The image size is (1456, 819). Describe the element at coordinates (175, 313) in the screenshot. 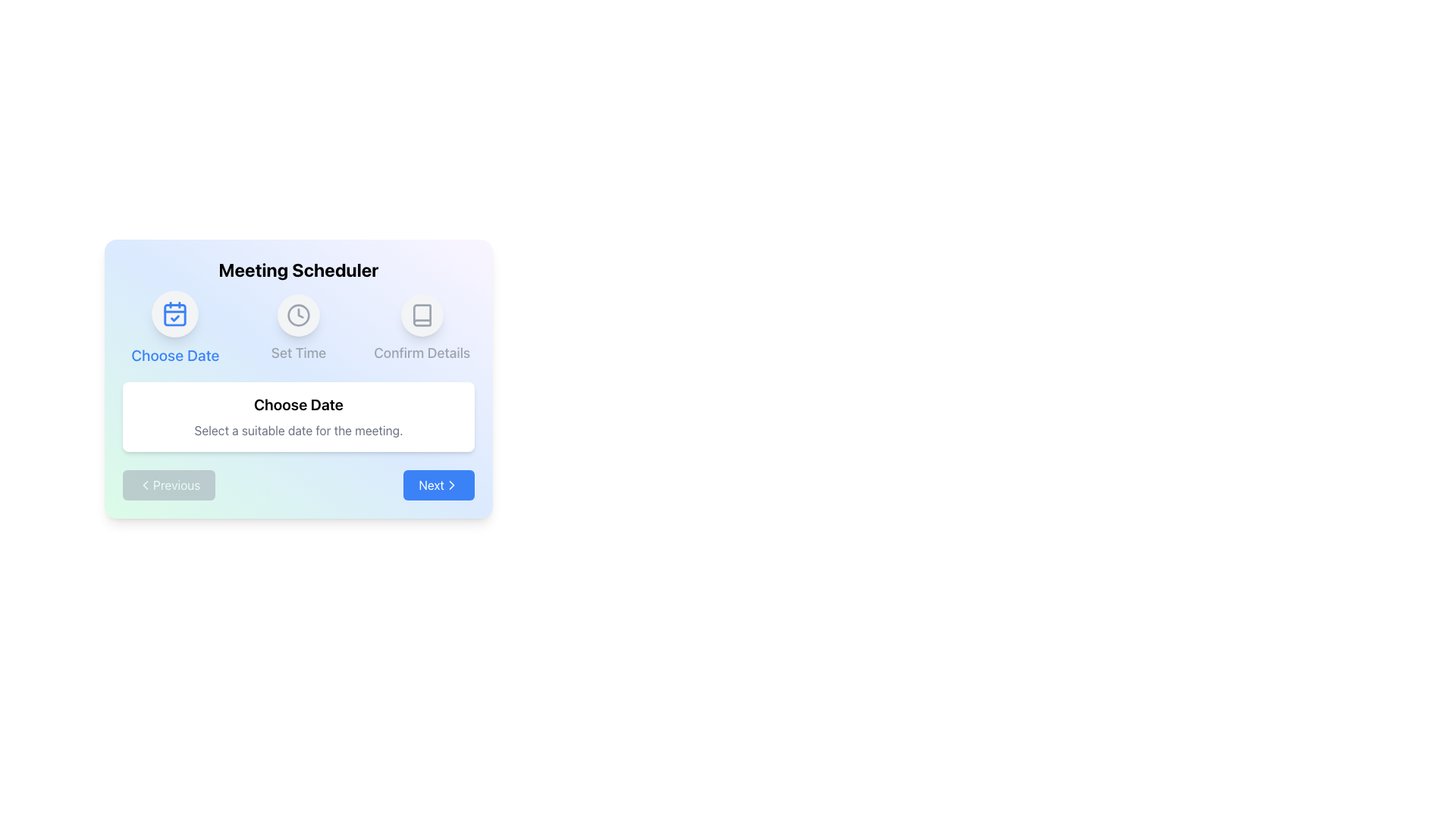

I see `the date selection icon located at the top-left corner of the 'Meeting Scheduler' panel` at that location.